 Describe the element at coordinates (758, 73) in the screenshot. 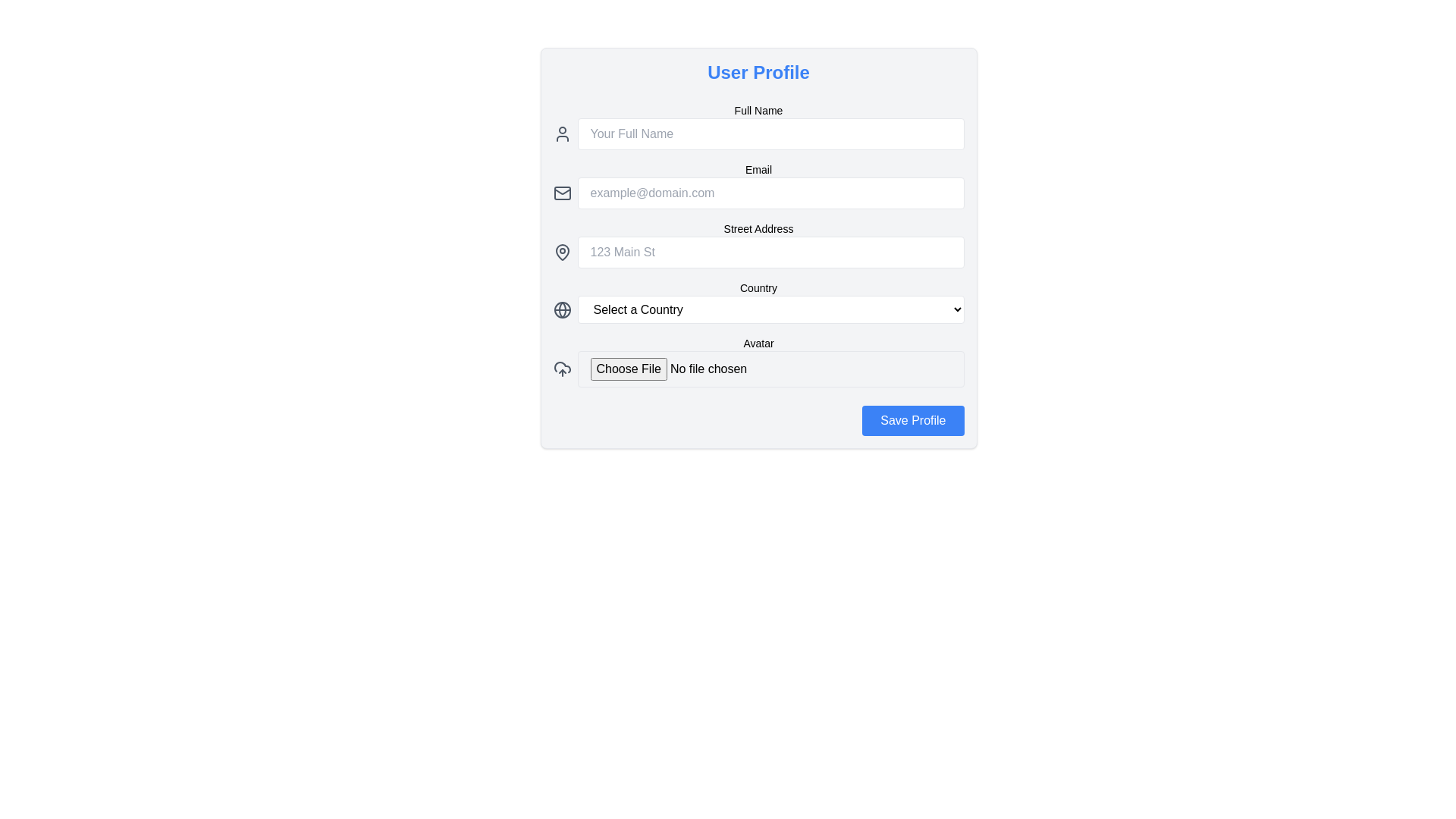

I see `the 'User Profile' static text, which is a bold, large-sized blue text located at the top center of the form, above the 'Full Name' and 'Email' fields` at that location.